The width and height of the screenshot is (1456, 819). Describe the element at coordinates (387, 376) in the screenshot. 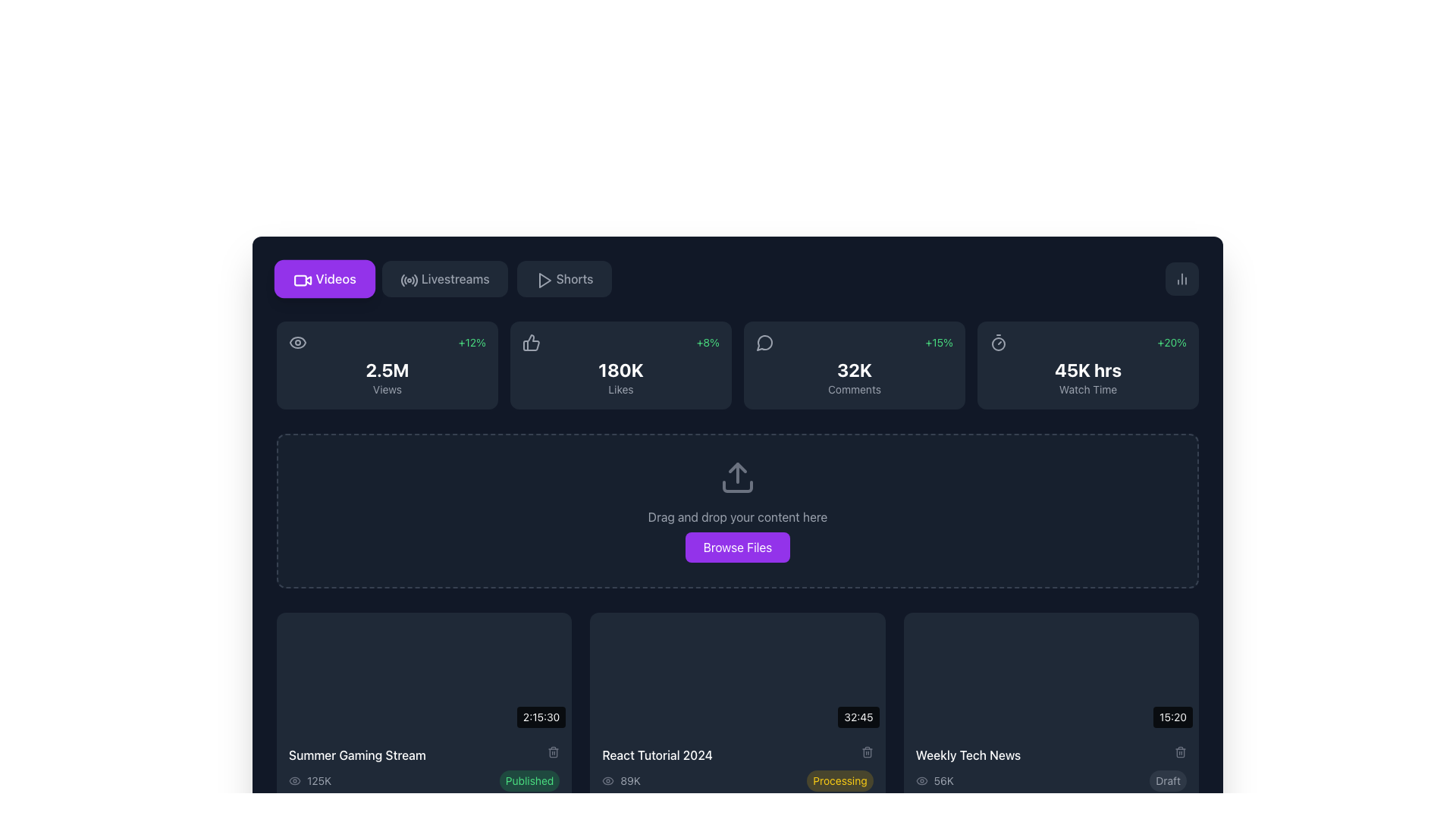

I see `text displaying the view count value '2.5M Views' located below the percentage increment indicator '+12%' on the left side of the statistics row` at that location.